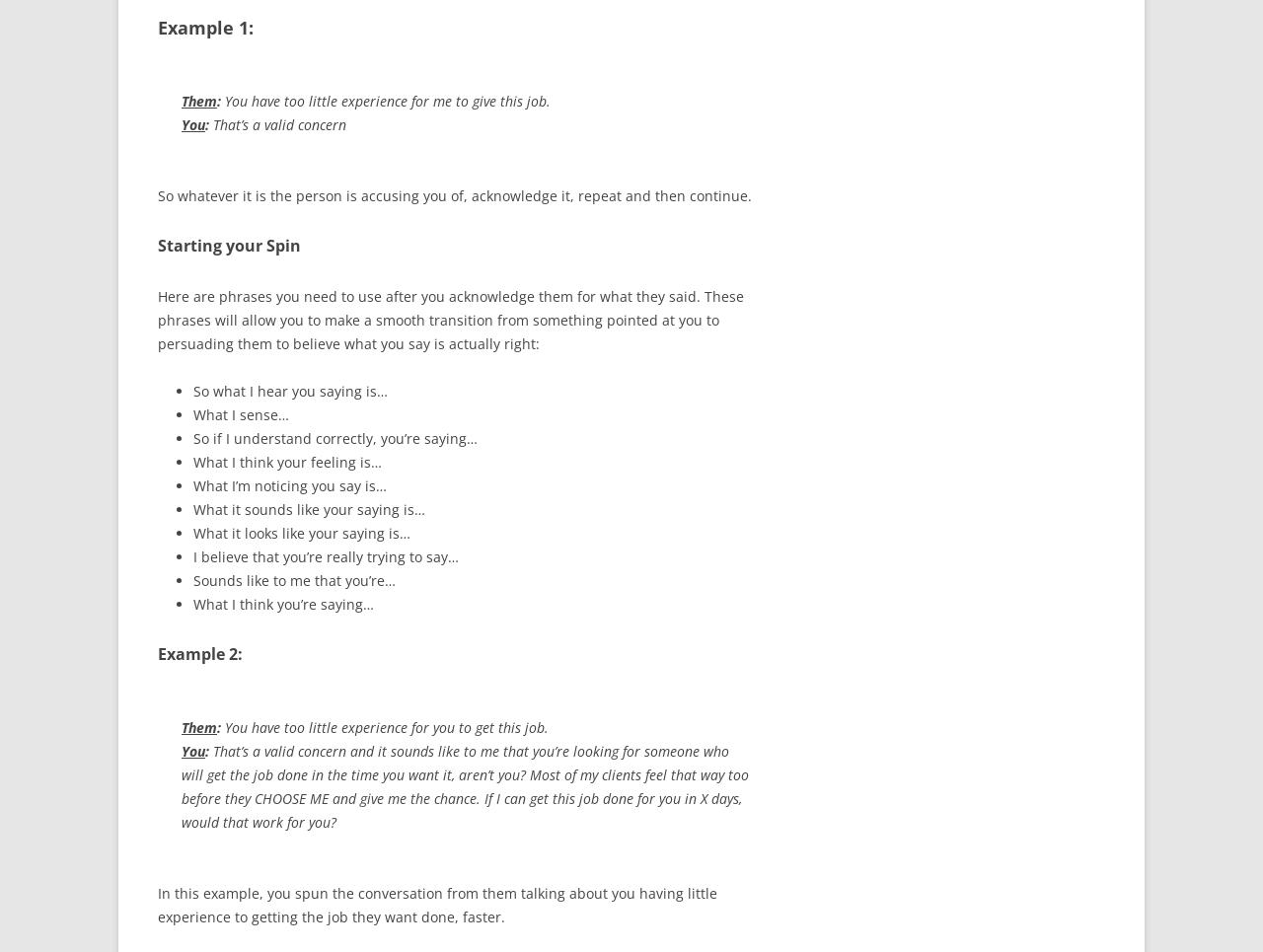  Describe the element at coordinates (334, 437) in the screenshot. I see `'So if I understand correctly, you’re saying…'` at that location.